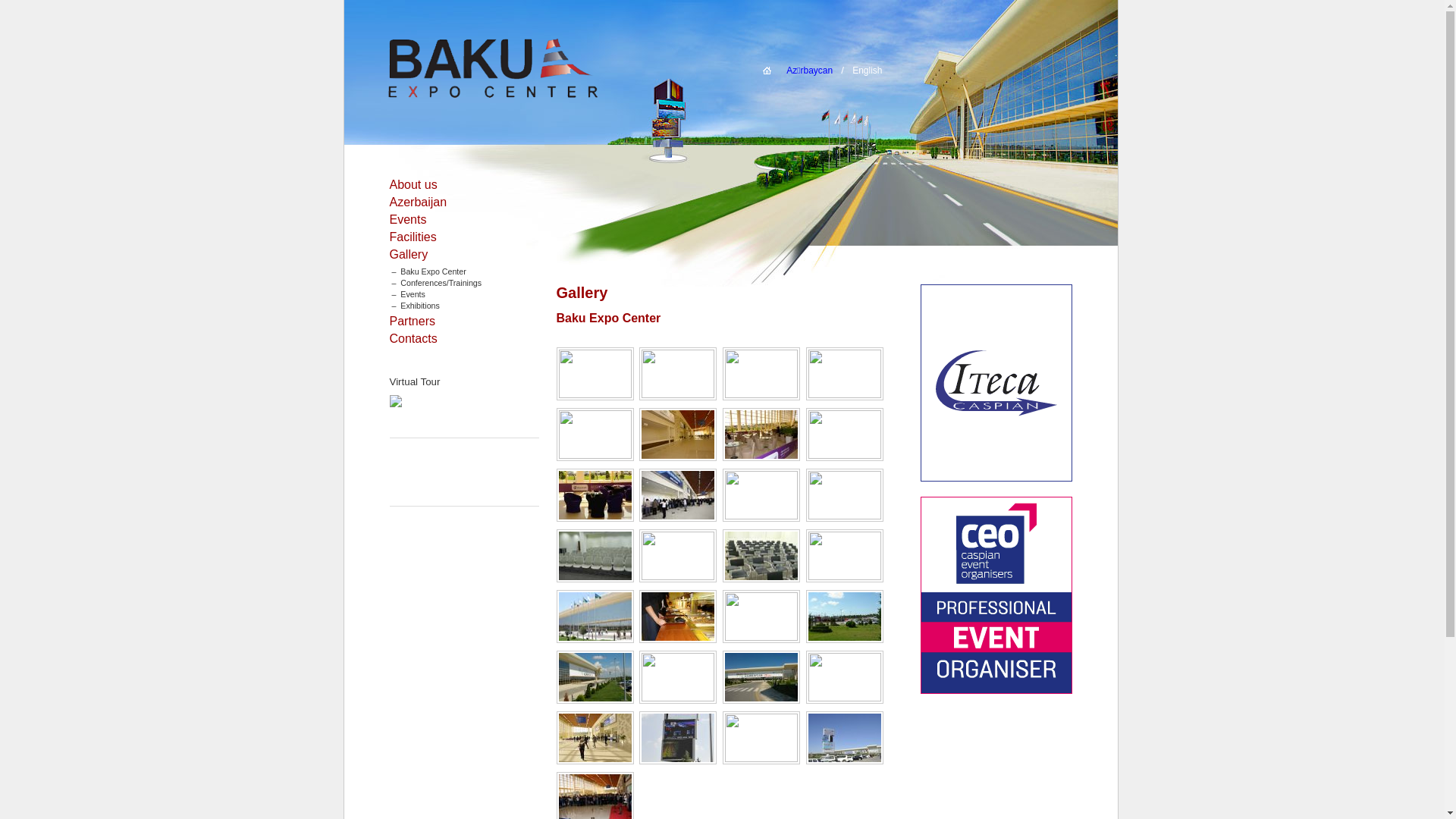 The height and width of the screenshot is (819, 1456). I want to click on 'Facilities', so click(389, 237).